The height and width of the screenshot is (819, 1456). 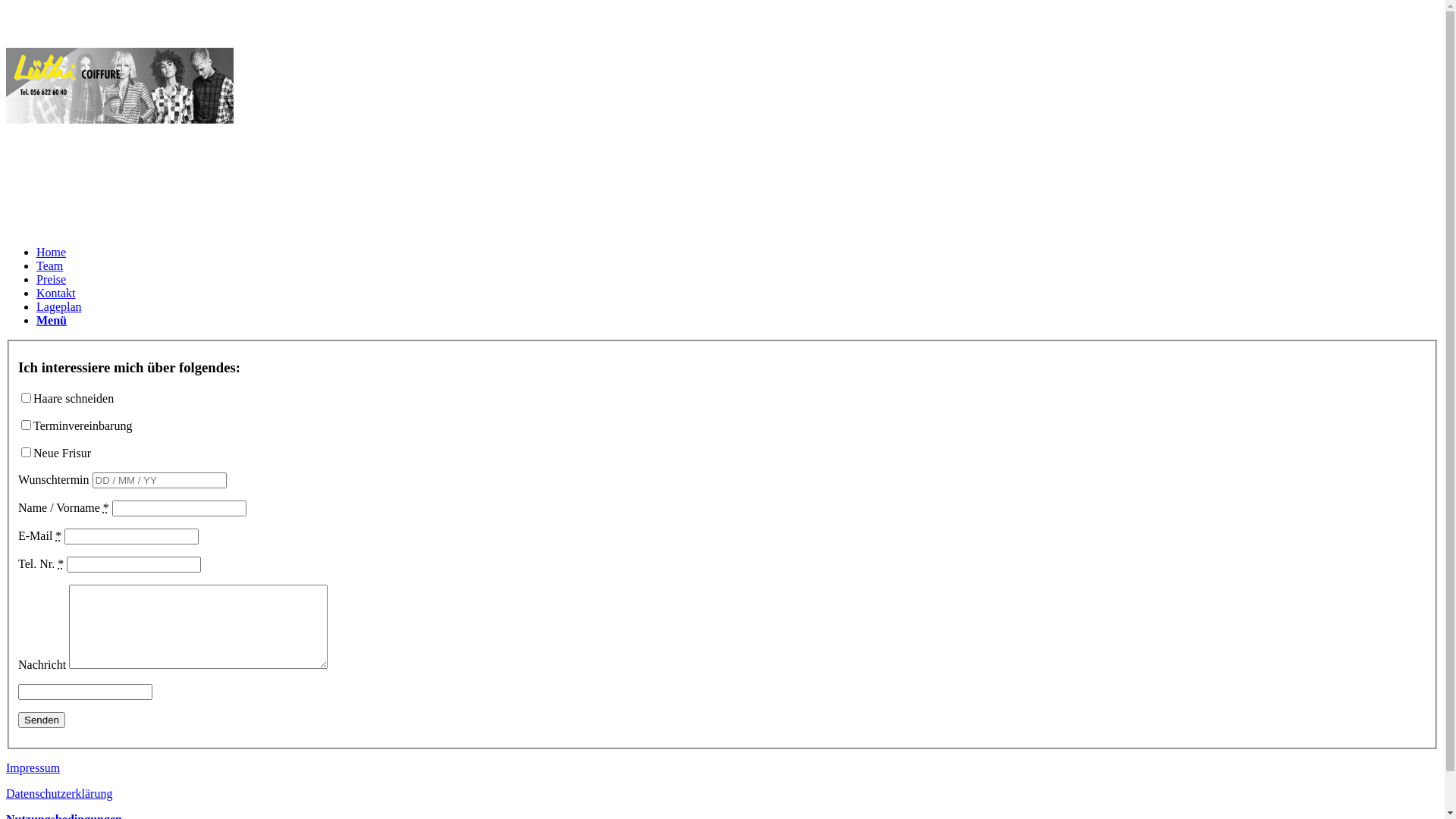 I want to click on 'Impressum', so click(x=33, y=767).